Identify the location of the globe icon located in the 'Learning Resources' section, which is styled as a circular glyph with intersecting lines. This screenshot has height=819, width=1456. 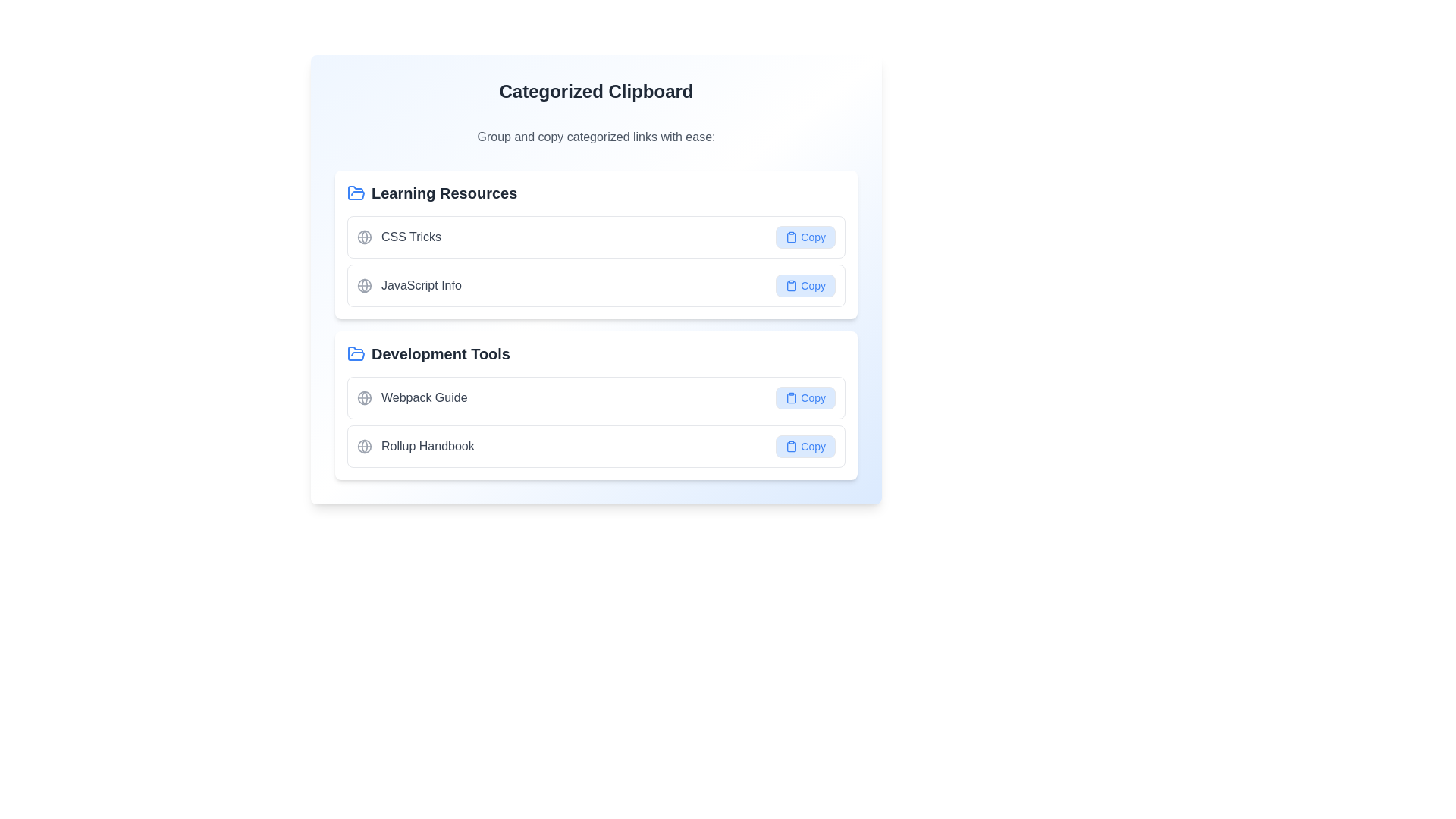
(364, 237).